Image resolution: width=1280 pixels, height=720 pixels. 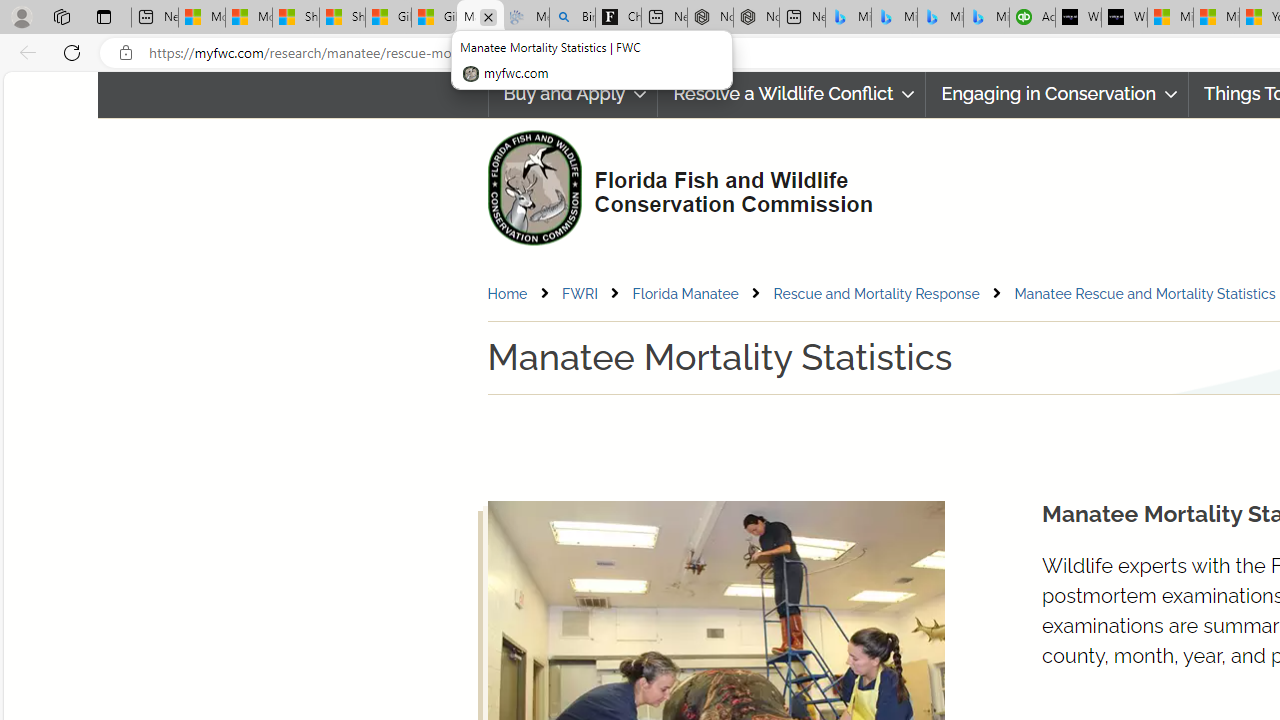 What do you see at coordinates (578, 293) in the screenshot?
I see `'FWRI'` at bounding box center [578, 293].